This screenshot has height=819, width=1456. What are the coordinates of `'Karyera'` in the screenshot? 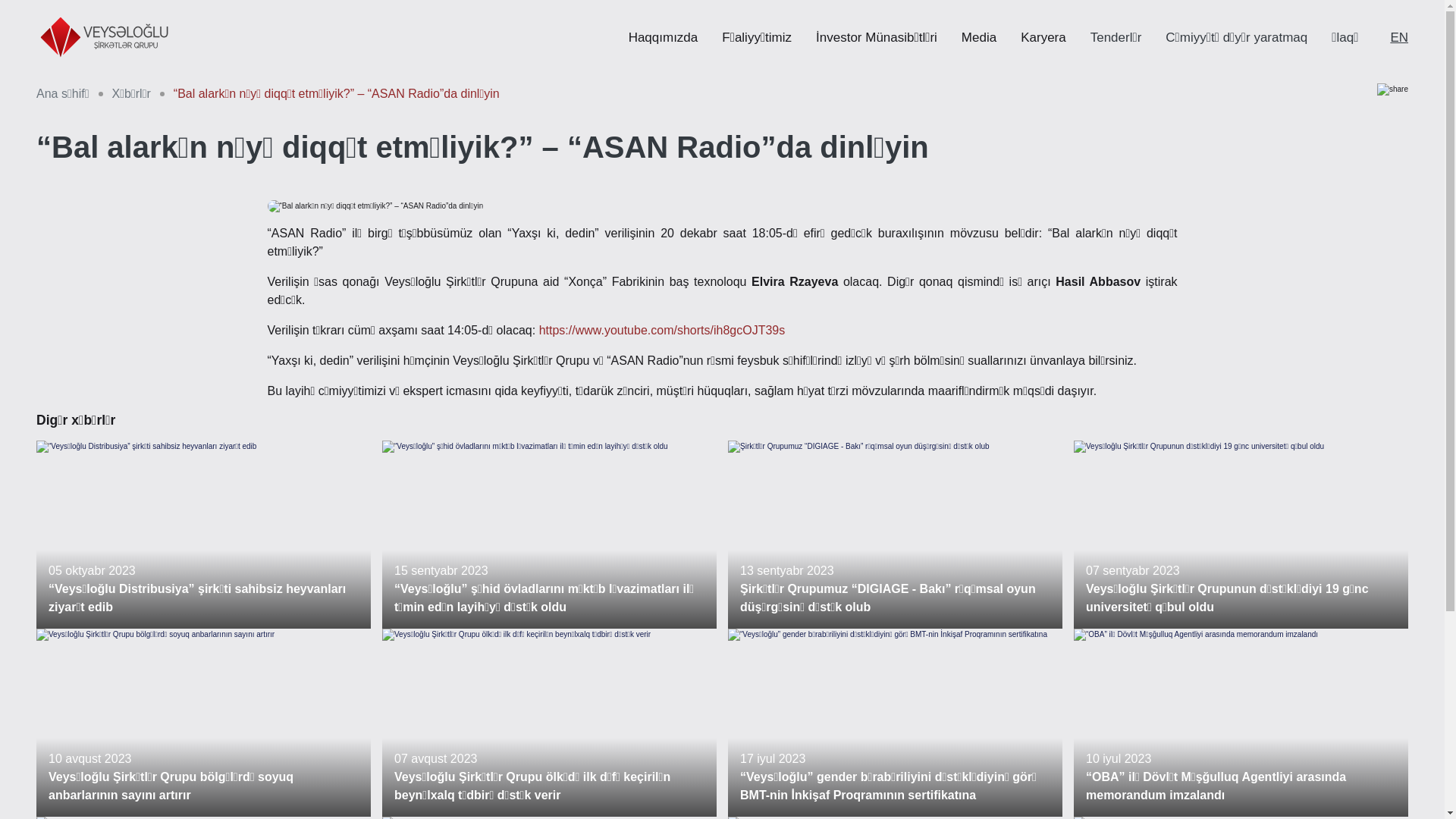 It's located at (1020, 36).